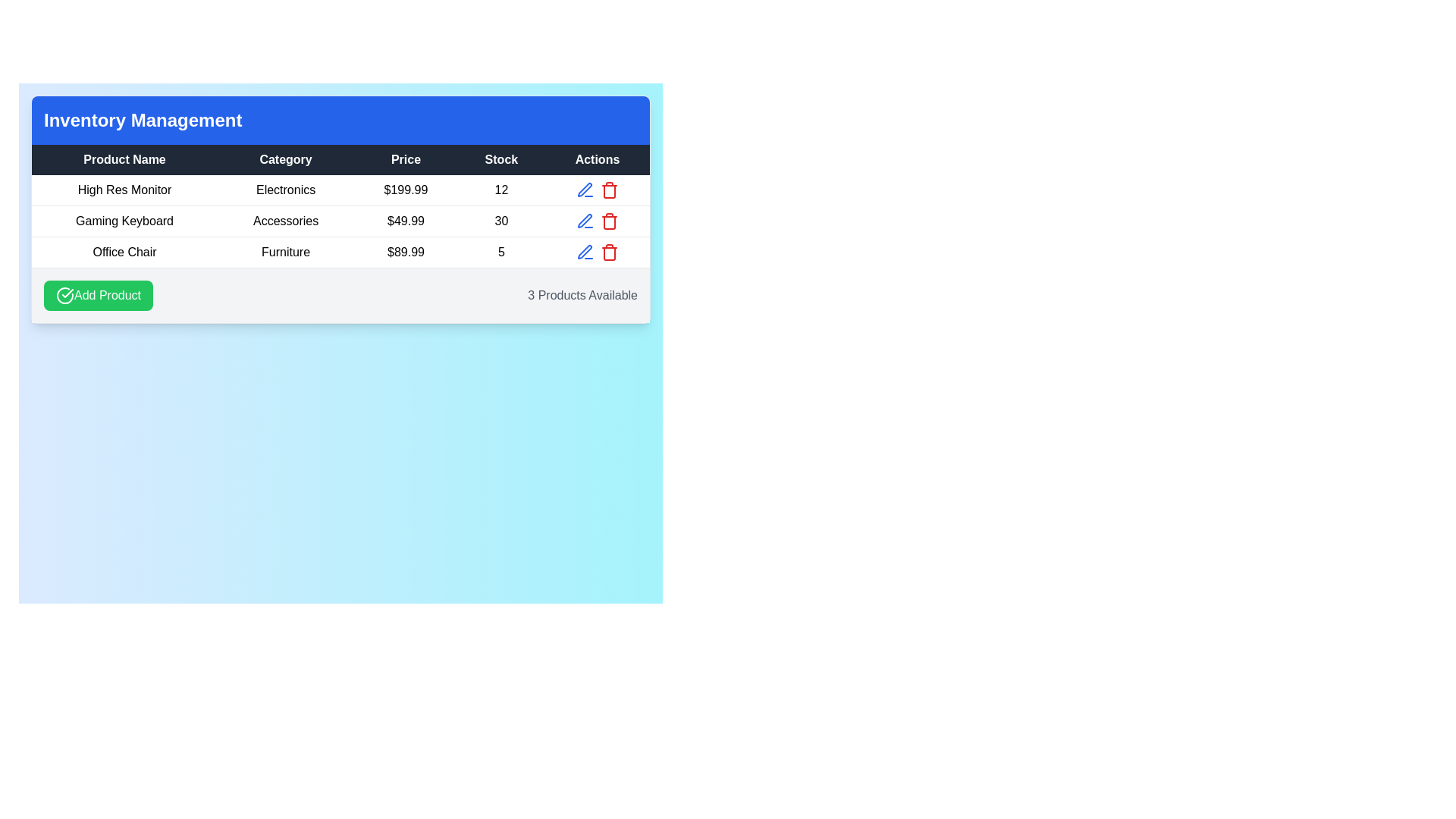 This screenshot has width=1456, height=819. I want to click on the Text Label indicating the category assignment ('Furniture') for the 'Office Chair' product in the inventory management table, so click(286, 251).